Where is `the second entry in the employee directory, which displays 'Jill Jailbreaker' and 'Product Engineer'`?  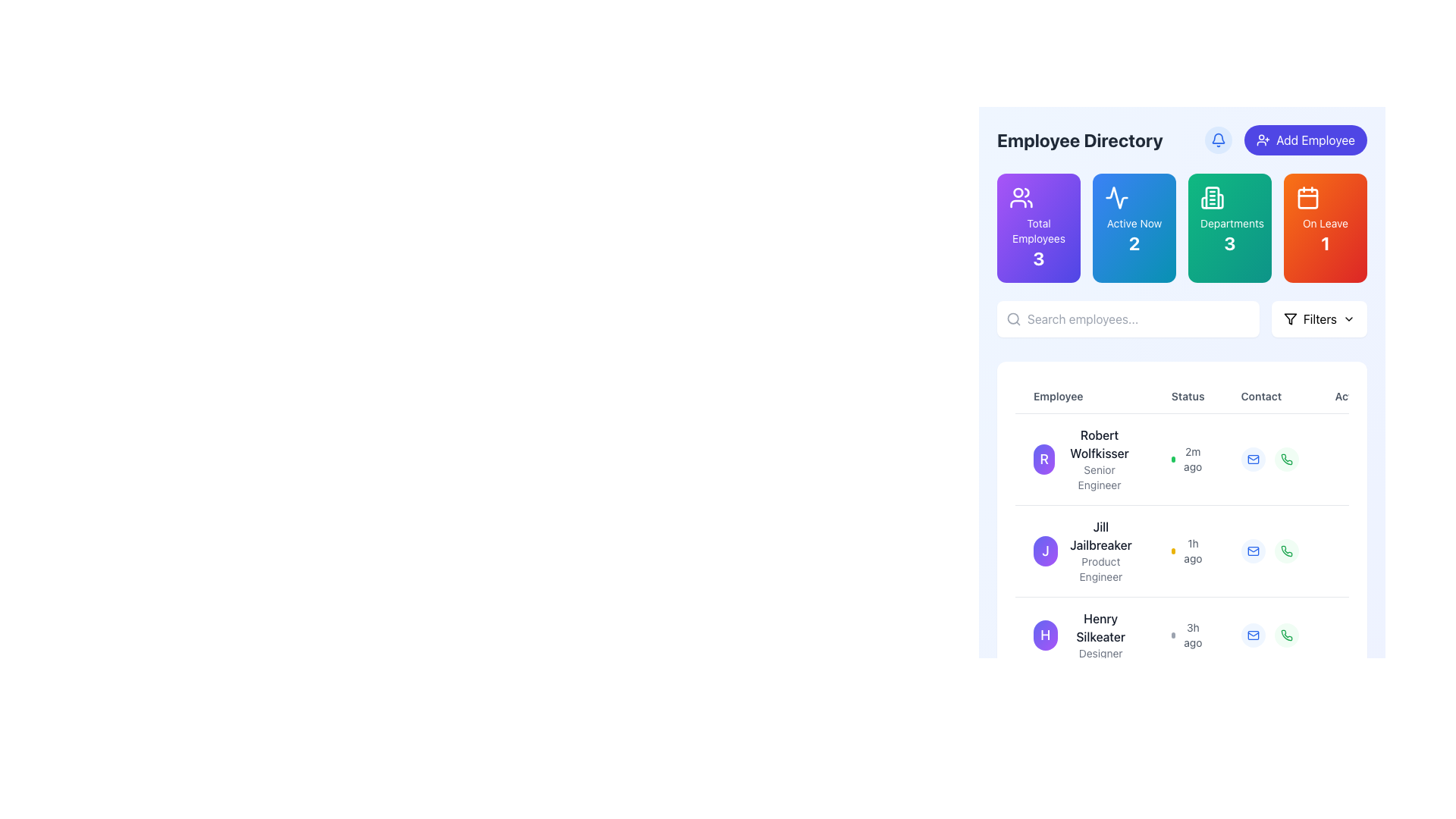 the second entry in the employee directory, which displays 'Jill Jailbreaker' and 'Product Engineer' is located at coordinates (1083, 551).